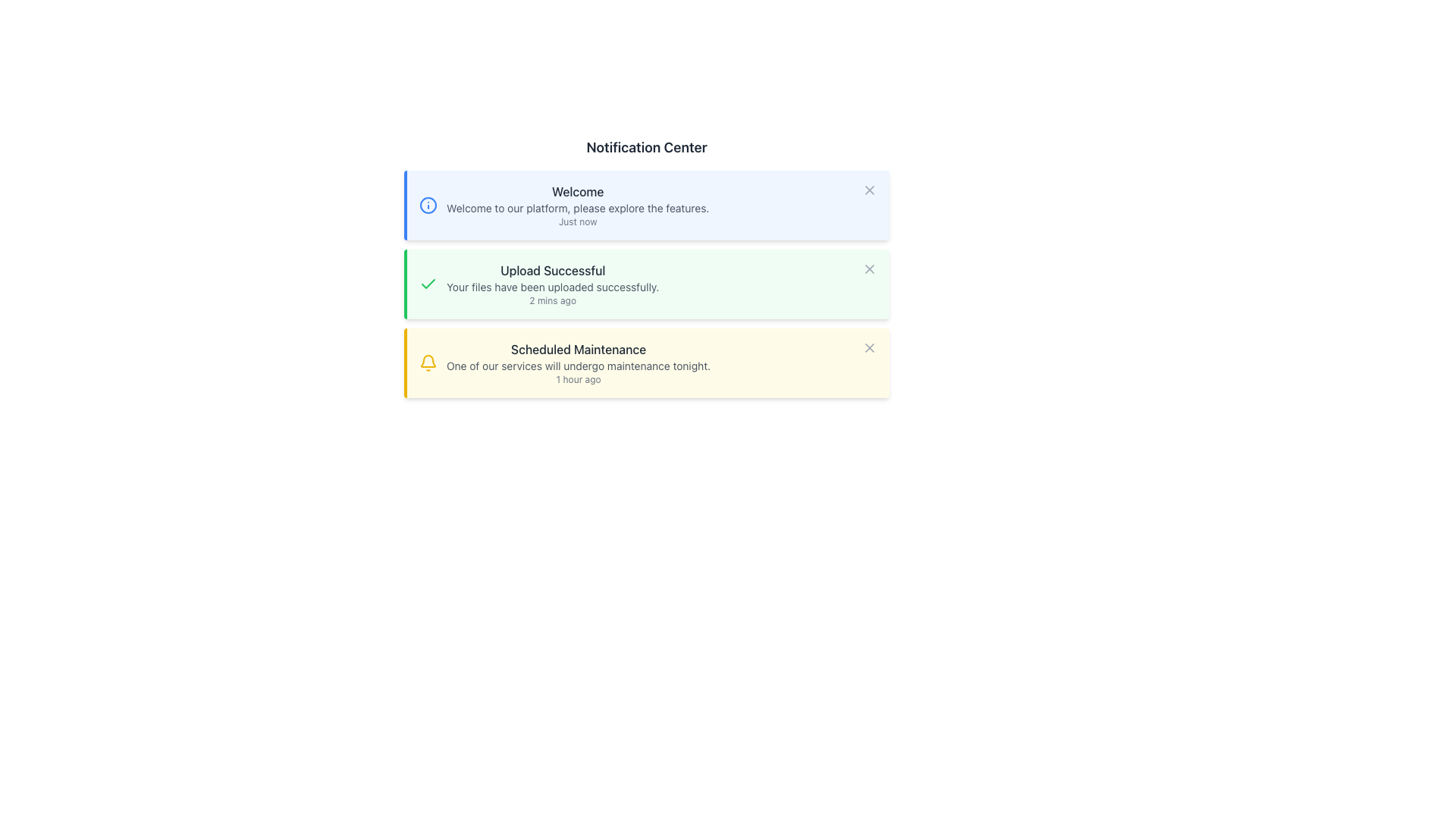 The width and height of the screenshot is (1456, 819). I want to click on the yellow bell icon indicating notifications, which is located at the top-left corner of the 'Scheduled Maintenance' notification card, so click(428, 362).